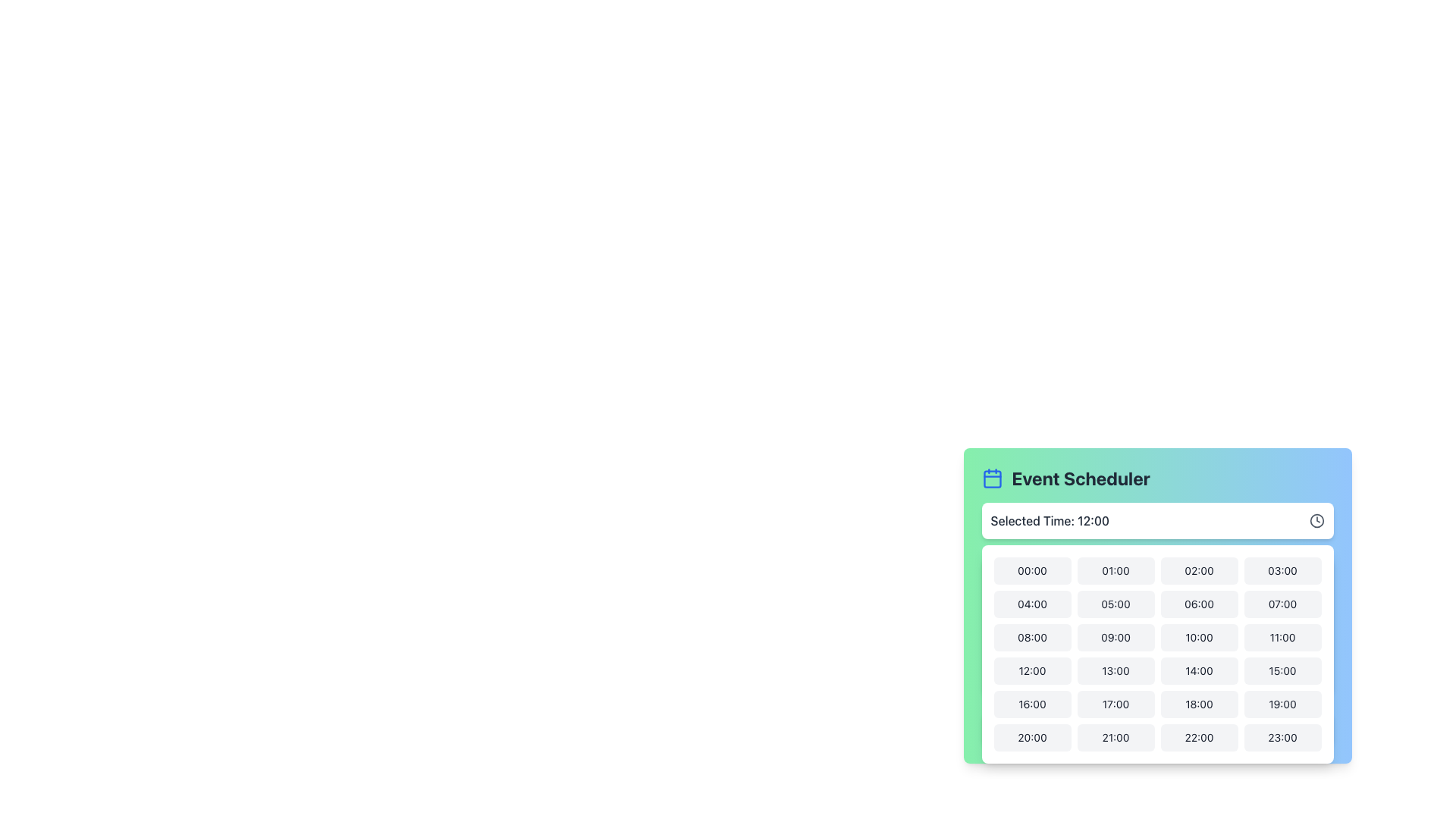  What do you see at coordinates (1156, 617) in the screenshot?
I see `the time picker button labeled '06:00' with a light gray background in the Event Scheduler widget` at bounding box center [1156, 617].